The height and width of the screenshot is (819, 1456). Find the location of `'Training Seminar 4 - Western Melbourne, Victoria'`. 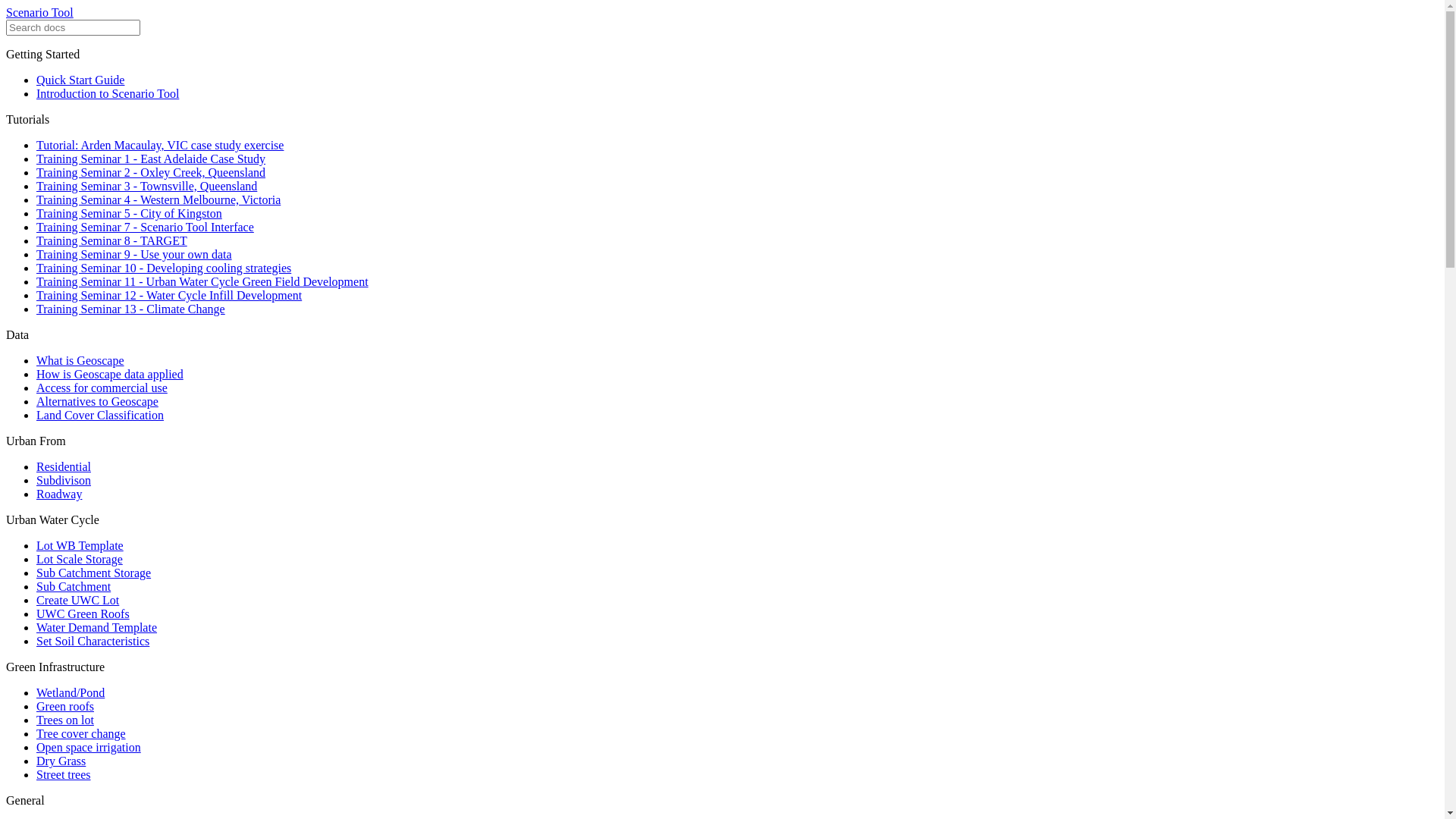

'Training Seminar 4 - Western Melbourne, Victoria' is located at coordinates (158, 199).